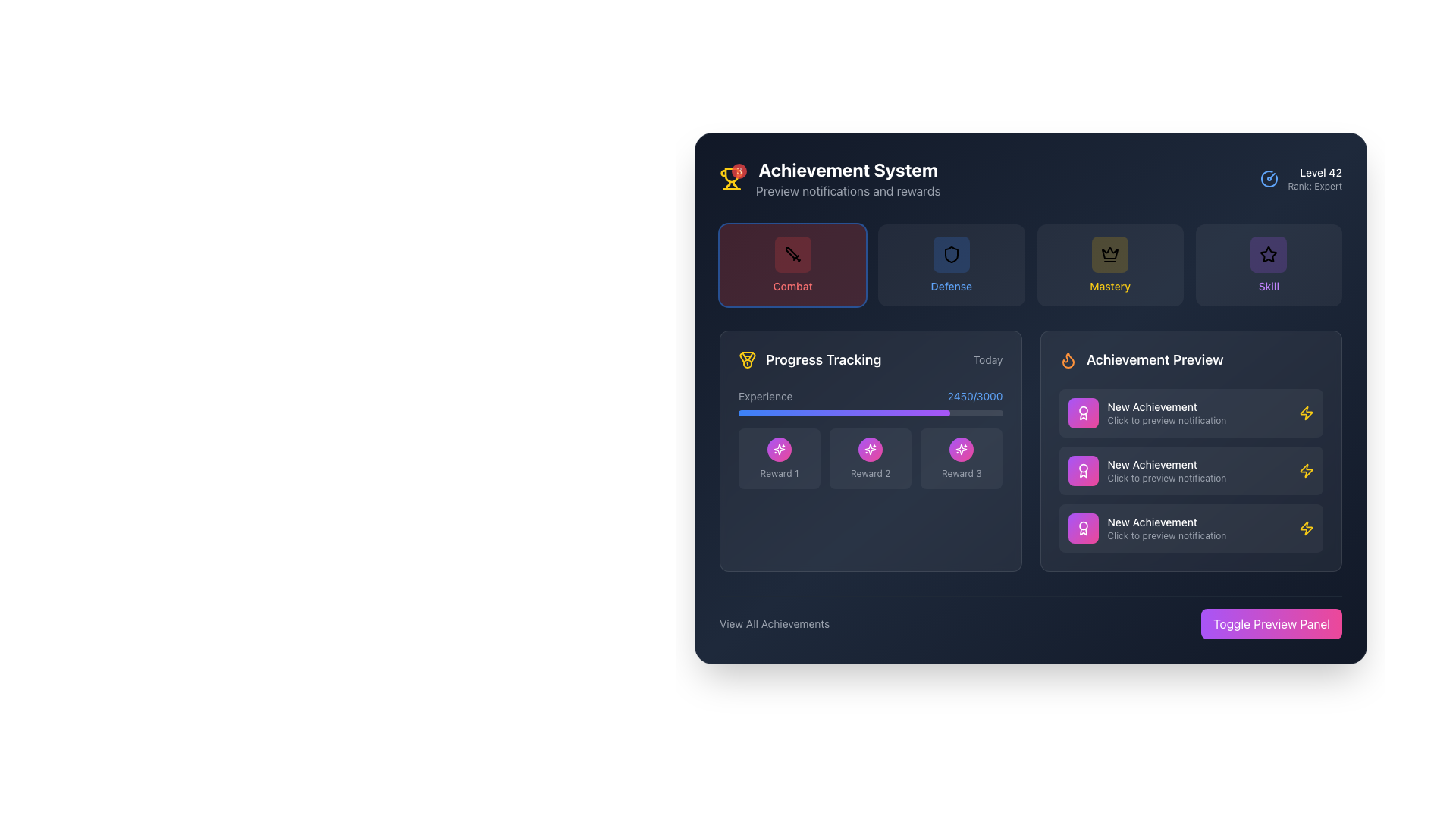  What do you see at coordinates (843, 413) in the screenshot?
I see `the progress` at bounding box center [843, 413].